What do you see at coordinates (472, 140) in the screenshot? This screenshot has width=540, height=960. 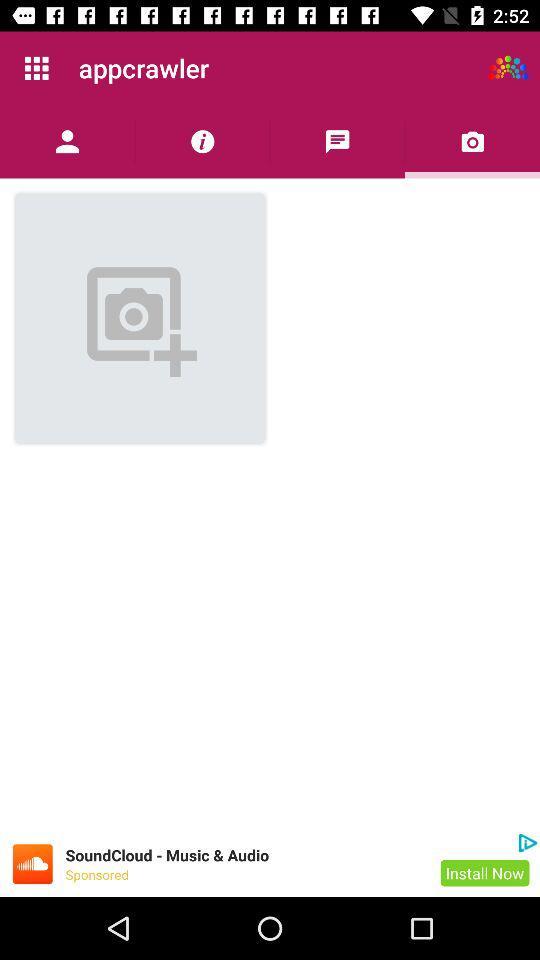 I see `photo` at bounding box center [472, 140].